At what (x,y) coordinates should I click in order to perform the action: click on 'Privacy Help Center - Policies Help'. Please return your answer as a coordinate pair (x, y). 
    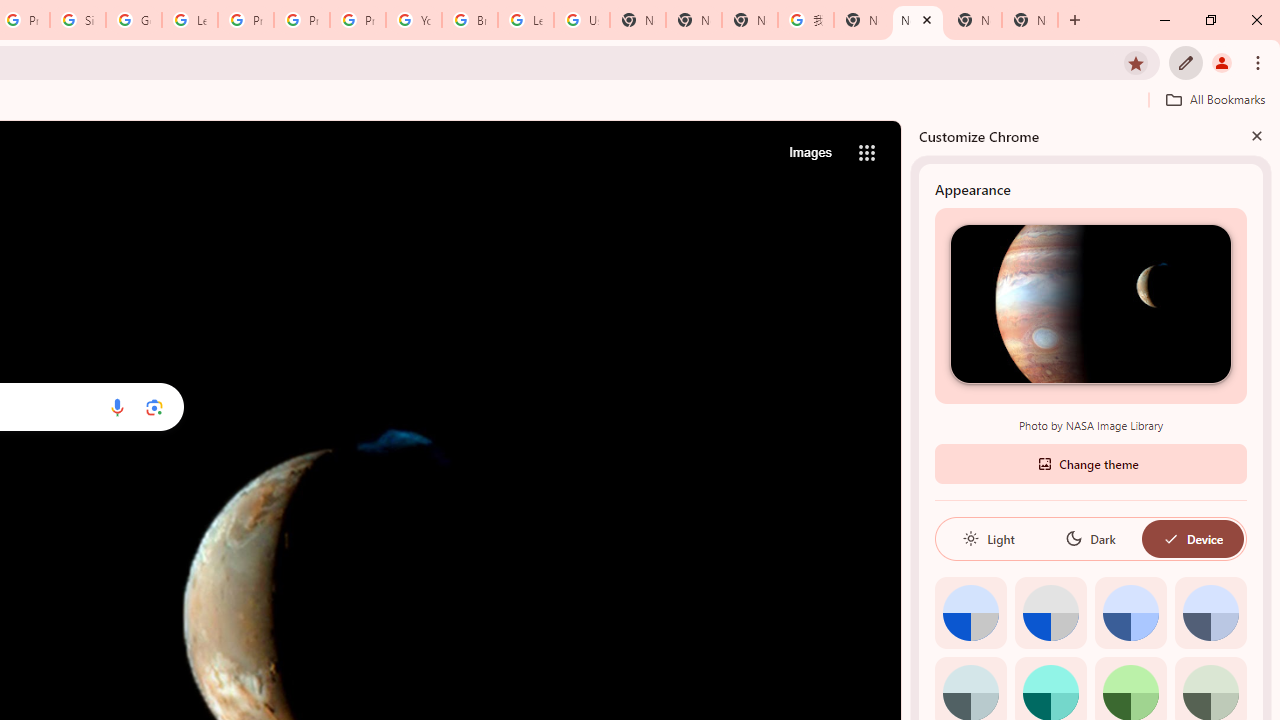
    Looking at the image, I should click on (301, 20).